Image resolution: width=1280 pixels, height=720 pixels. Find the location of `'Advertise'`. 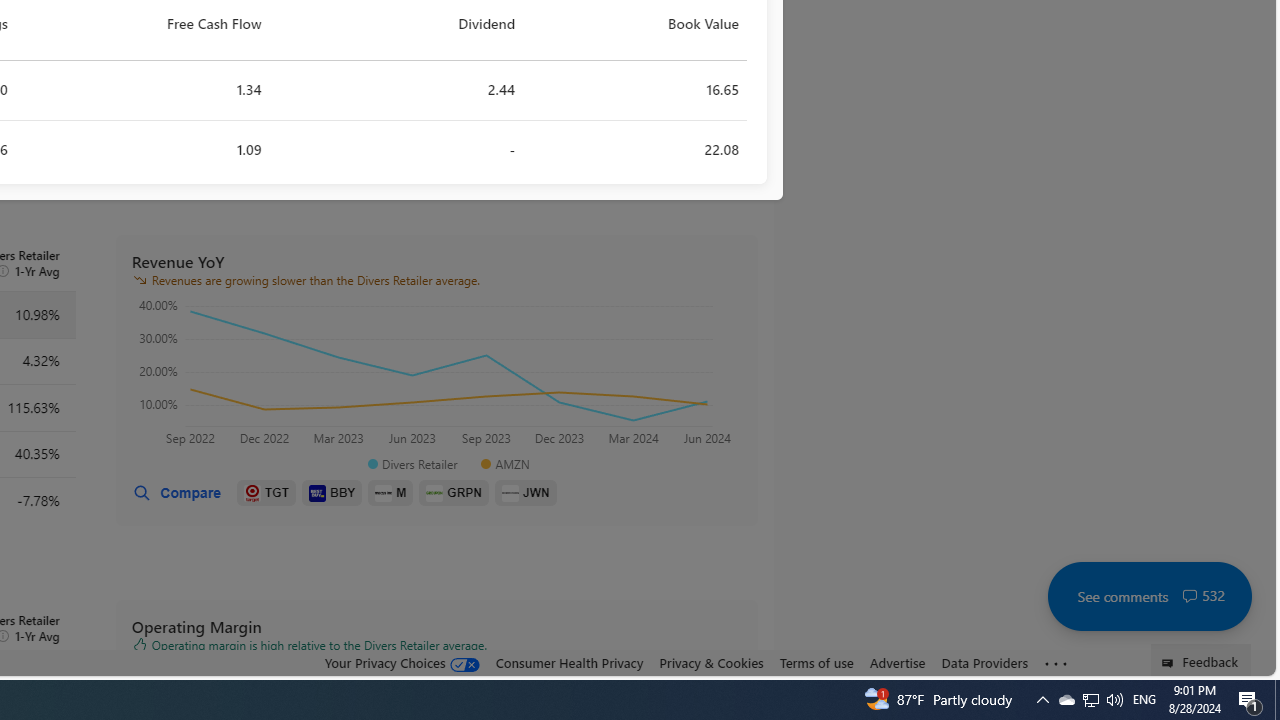

'Advertise' is located at coordinates (896, 662).